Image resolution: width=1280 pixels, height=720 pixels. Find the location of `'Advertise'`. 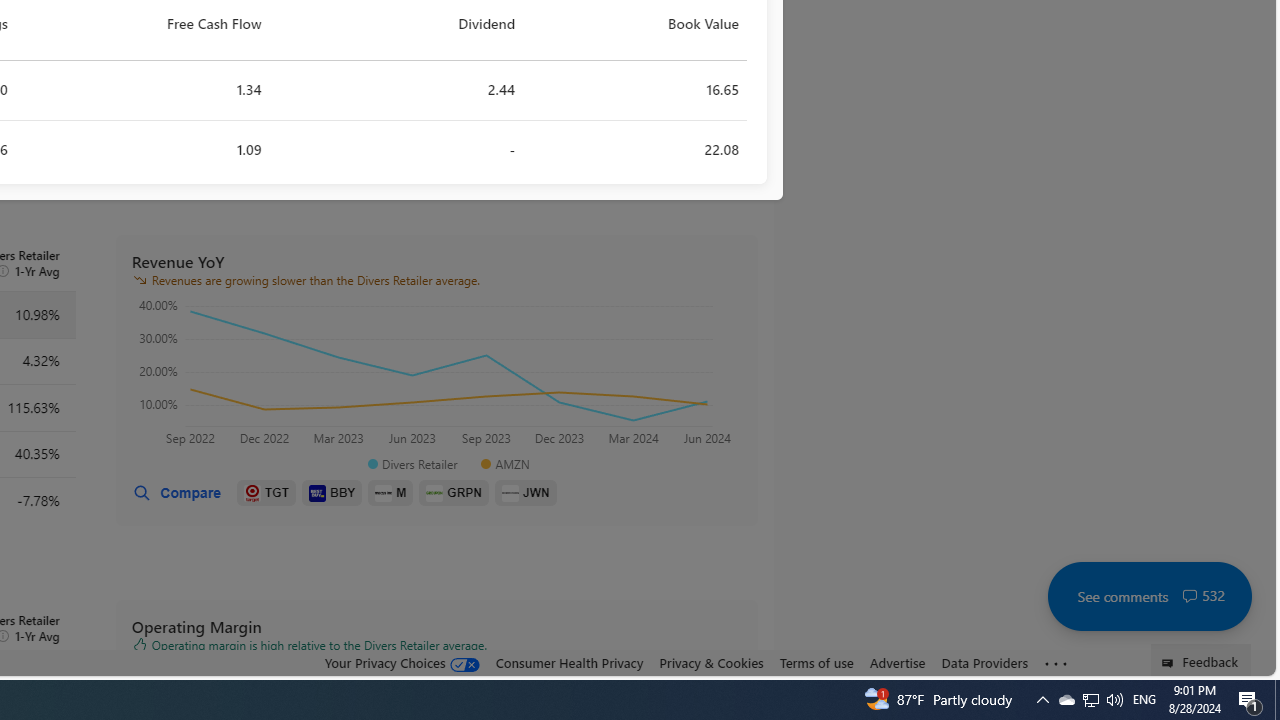

'Advertise' is located at coordinates (896, 662).